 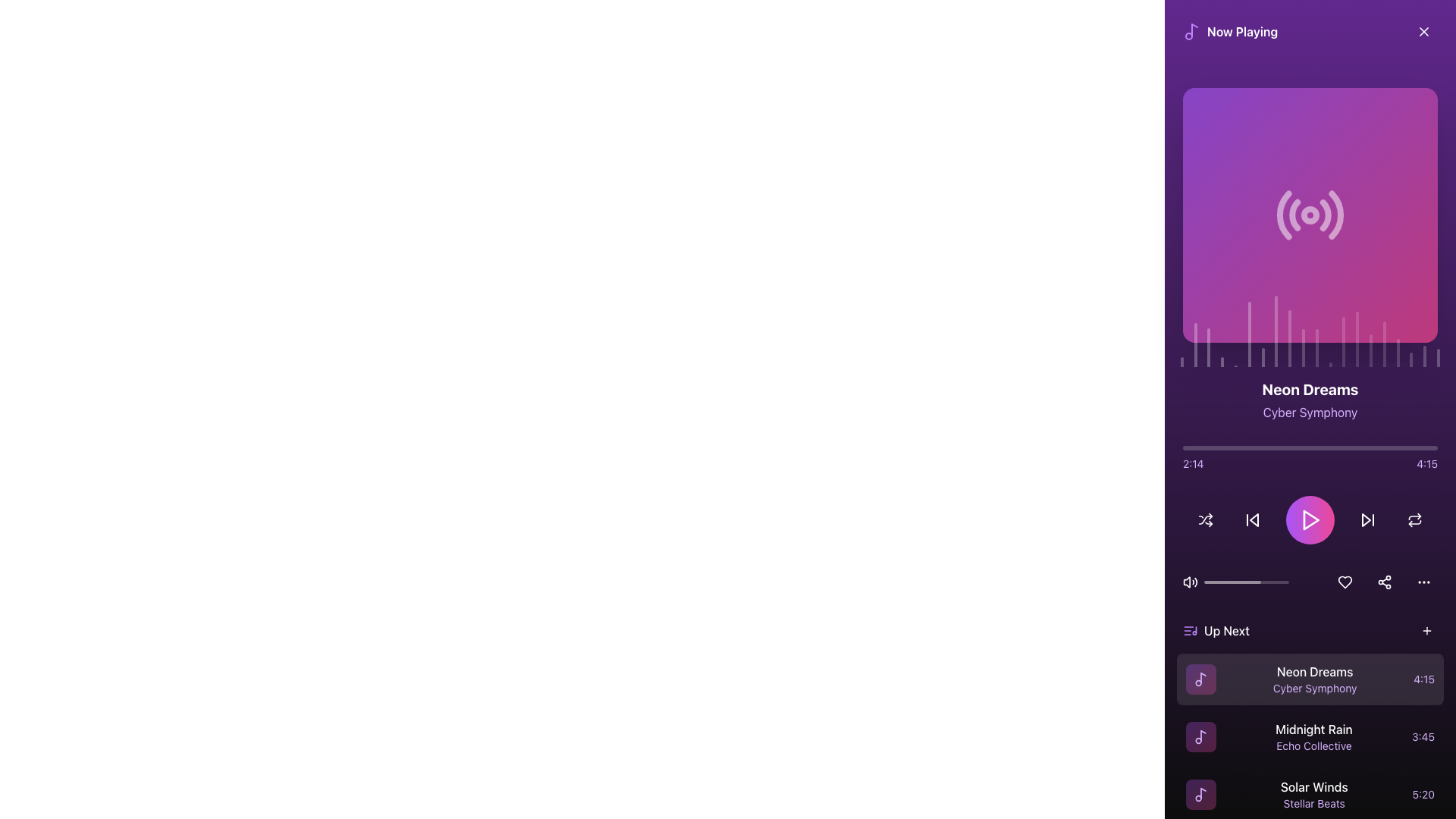 I want to click on the shuffle button located on the bottom control row, which is the first icon from the left, so click(x=1204, y=519).